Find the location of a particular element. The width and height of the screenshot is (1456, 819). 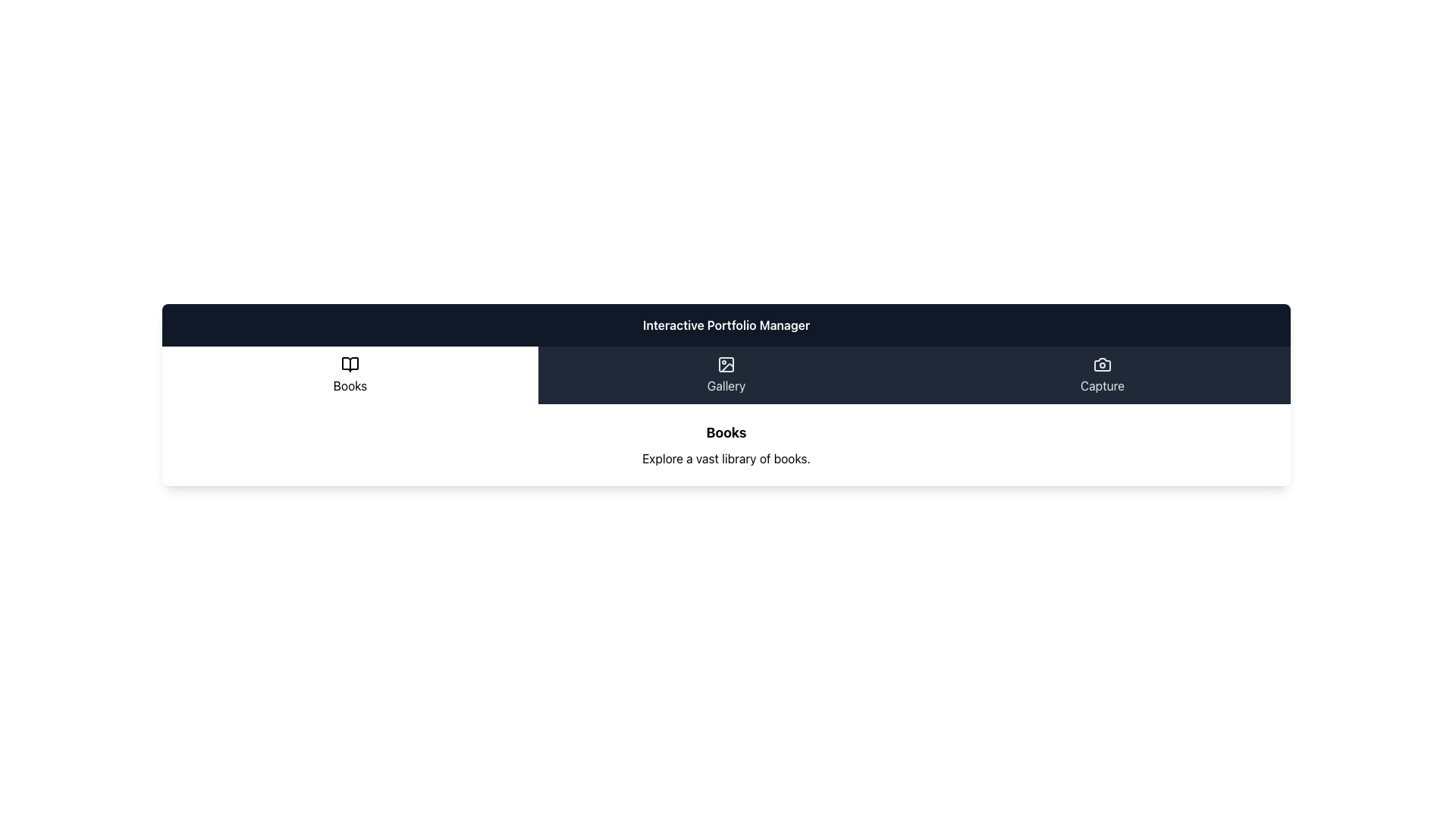

the 'Capture' icon-text UI element, which features a camera icon at the top and the text 'Capture' below it is located at coordinates (1103, 375).